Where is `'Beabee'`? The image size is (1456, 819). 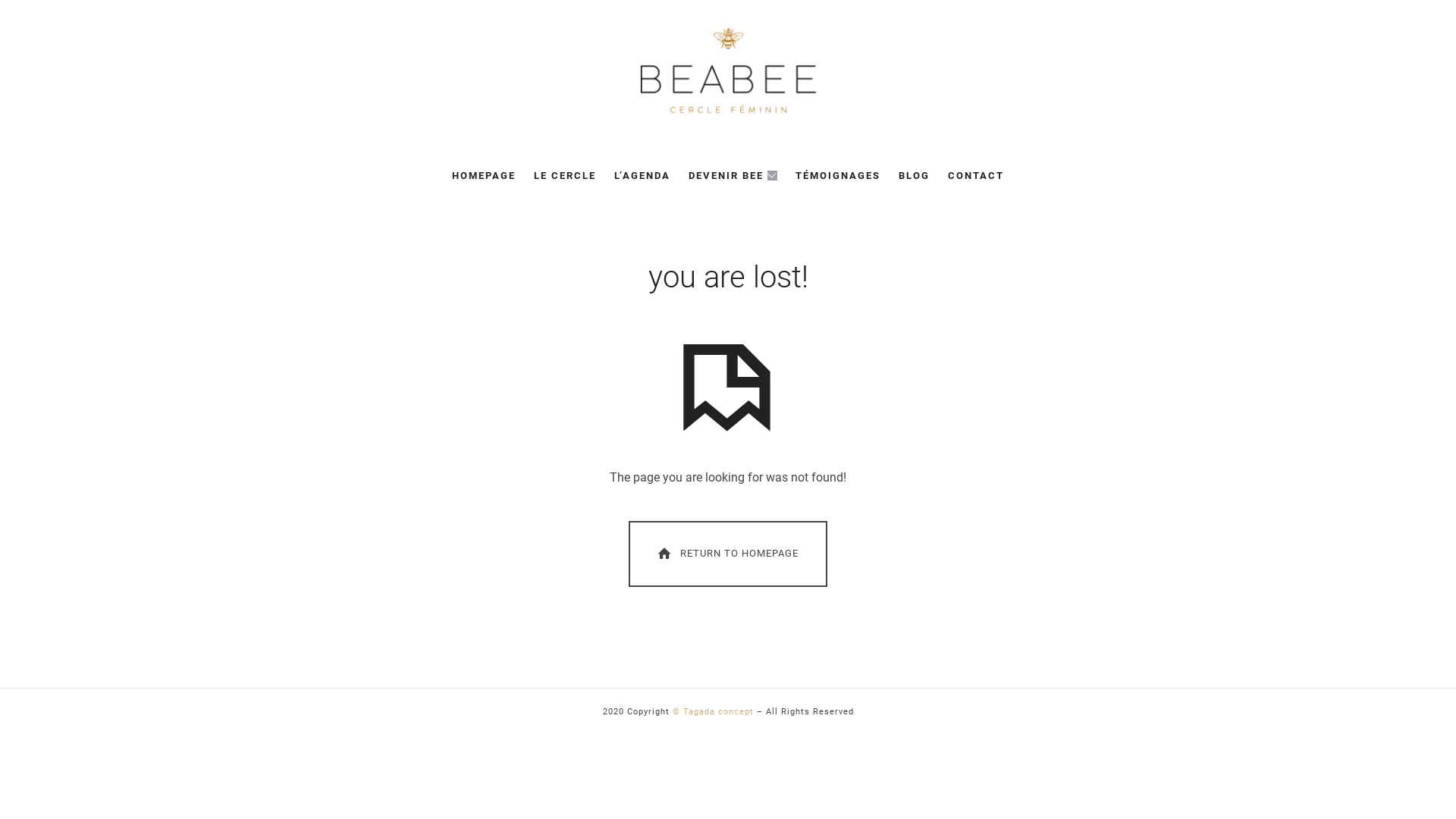
'Beabee' is located at coordinates (637, 70).